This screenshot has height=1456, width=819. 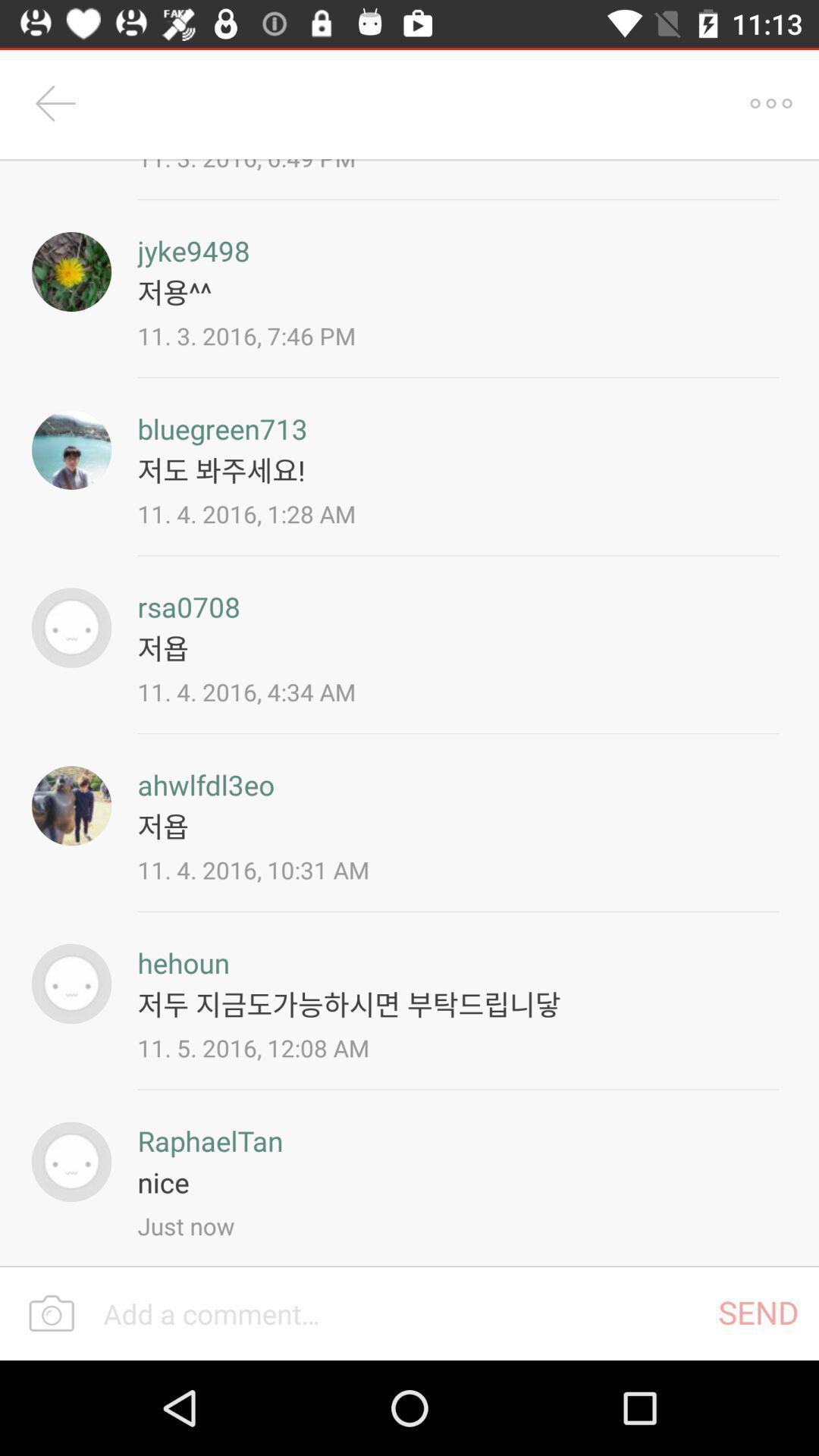 I want to click on rsa0708, so click(x=188, y=607).